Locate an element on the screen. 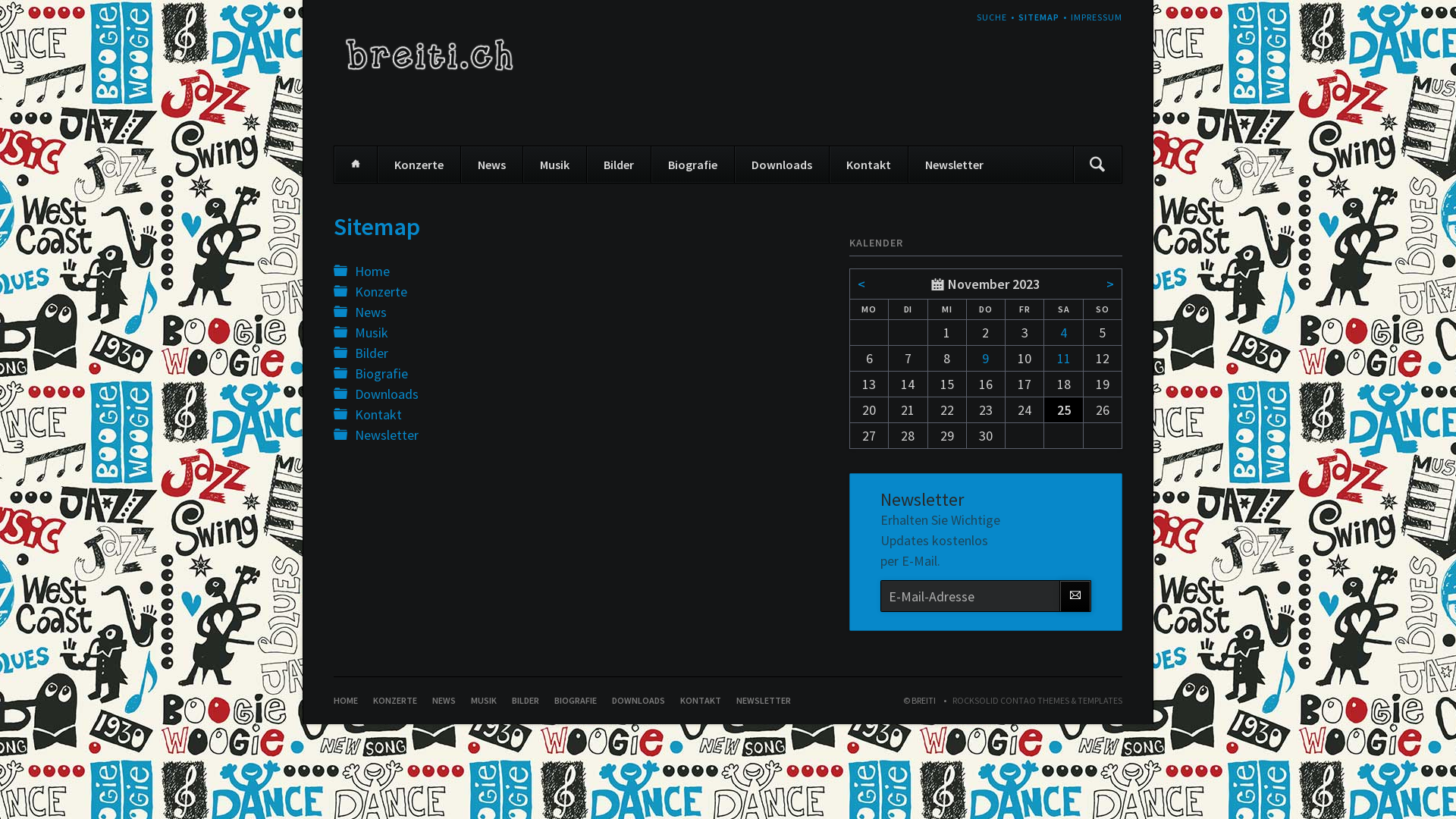  'Downloads' is located at coordinates (353, 393).